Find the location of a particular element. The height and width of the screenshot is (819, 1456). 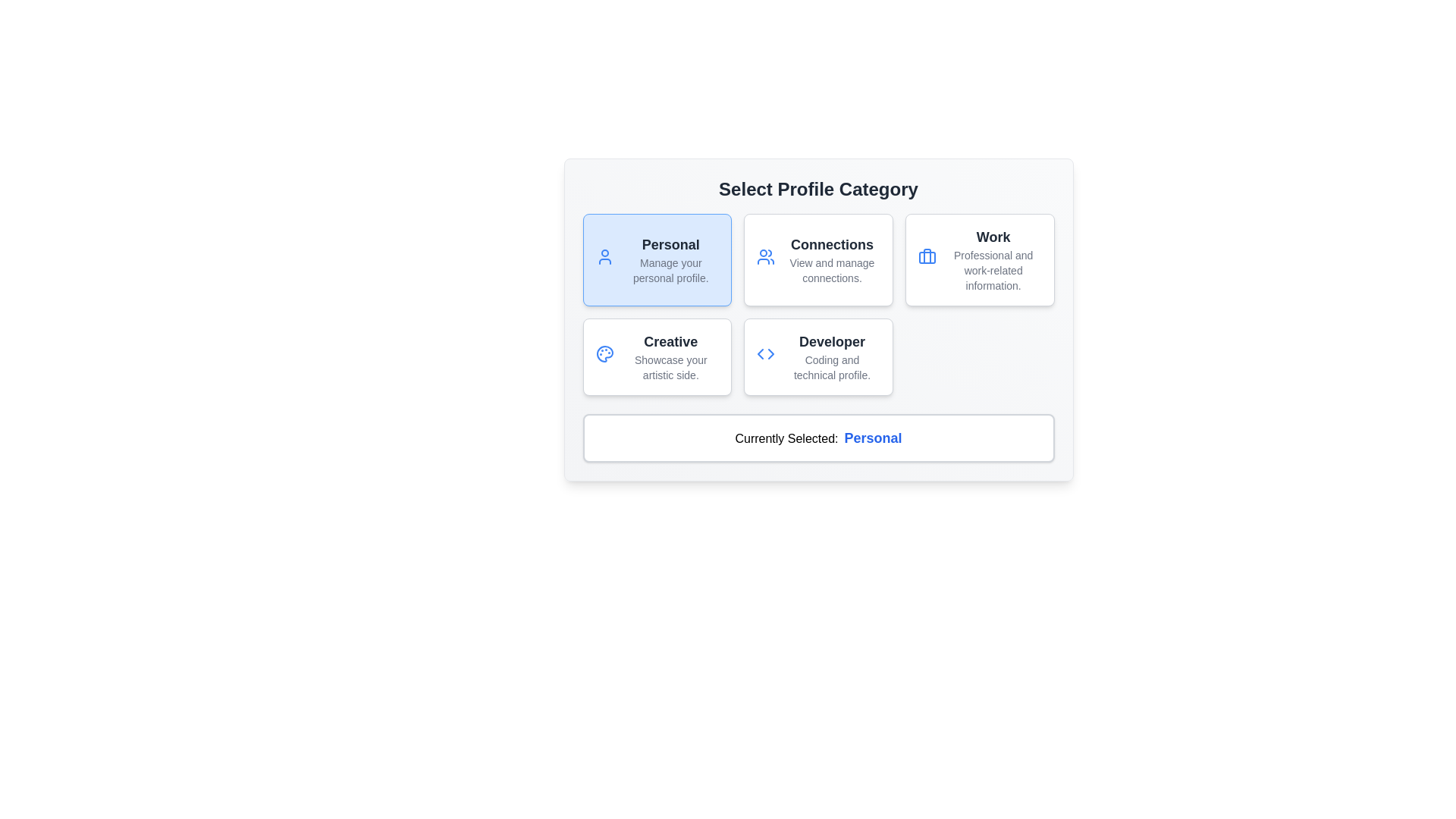

the user icon, which is represented by a simplified outline of a person in blue color, located within the light blue rectangular box labeled 'Personal' near the top left of the component grid is located at coordinates (604, 256).